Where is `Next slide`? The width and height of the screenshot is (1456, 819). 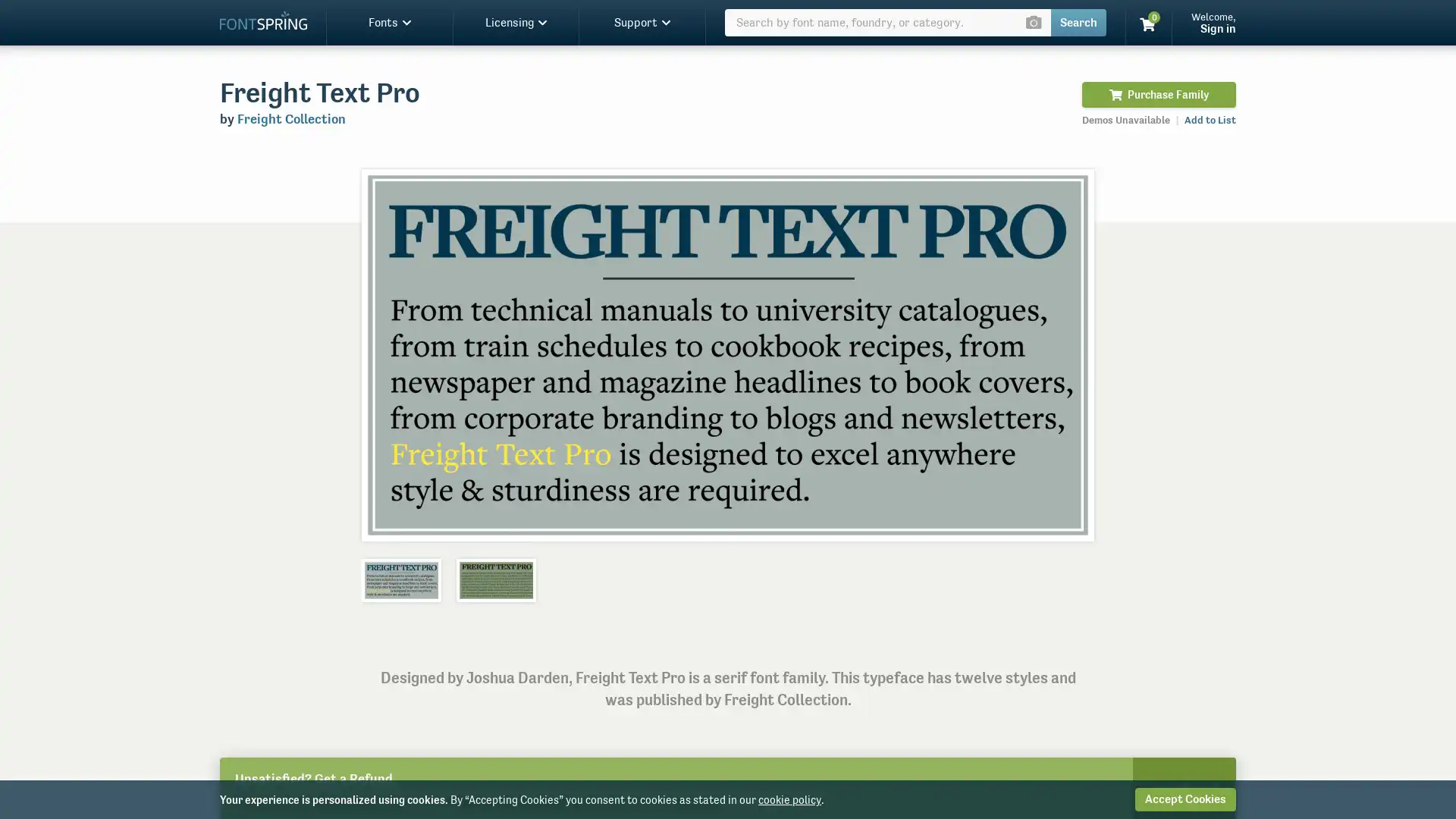 Next slide is located at coordinates (1065, 354).